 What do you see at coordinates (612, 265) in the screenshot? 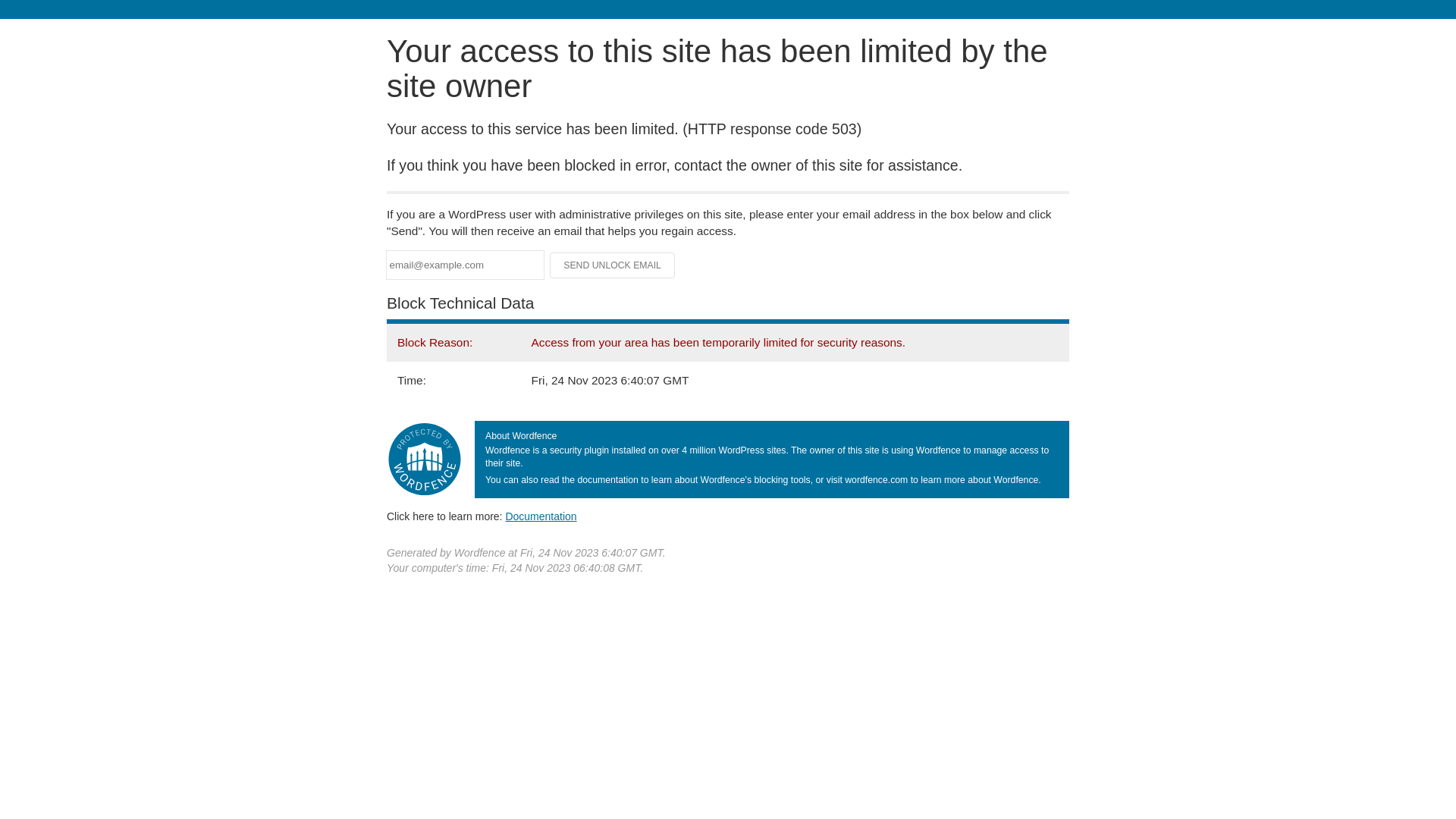
I see `'Send Unlock Email'` at bounding box center [612, 265].